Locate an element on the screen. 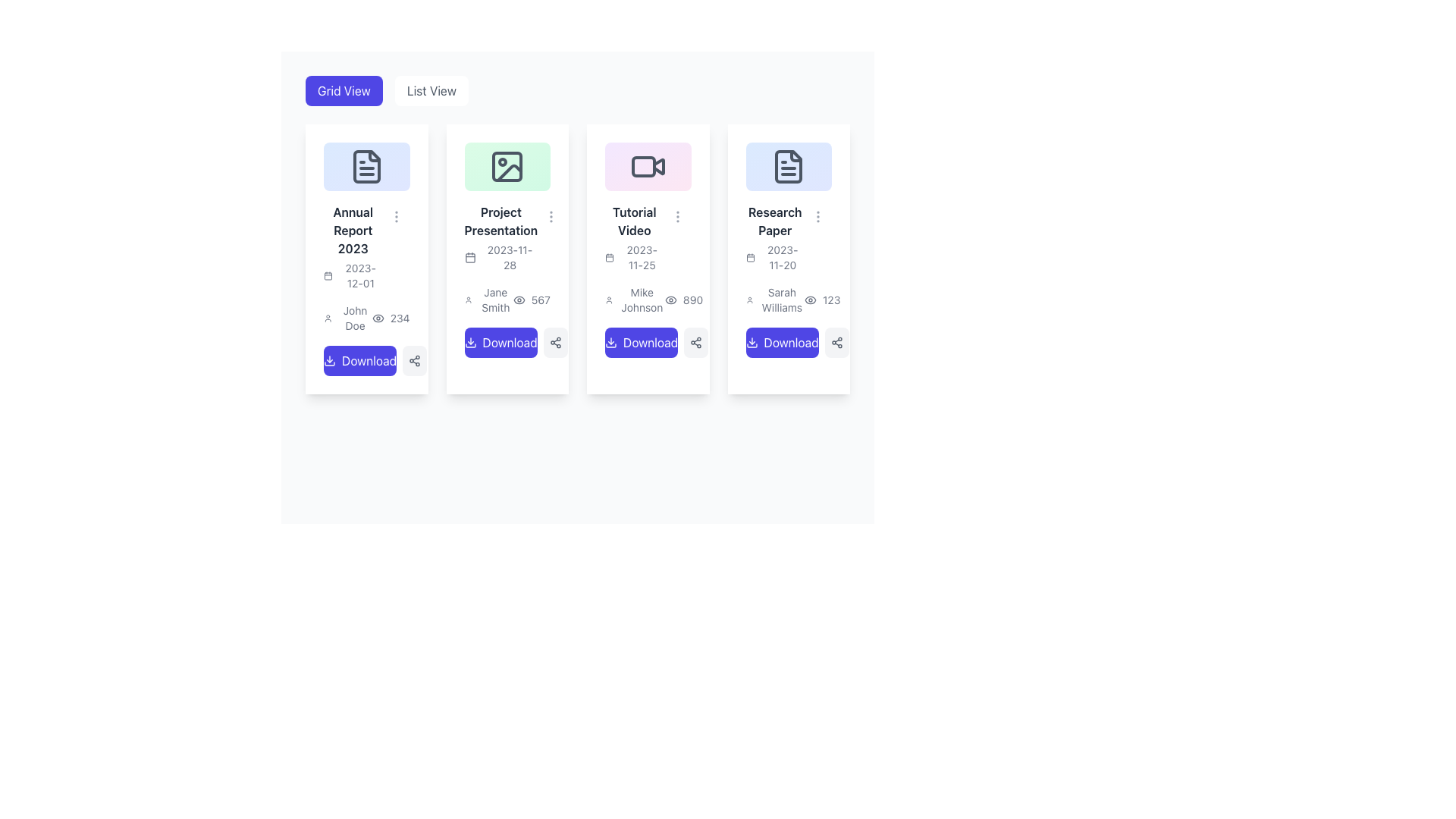 This screenshot has height=819, width=1456. the Card element displaying information about a research paper, located in the fourth column of the card grid layout is located at coordinates (789, 249).